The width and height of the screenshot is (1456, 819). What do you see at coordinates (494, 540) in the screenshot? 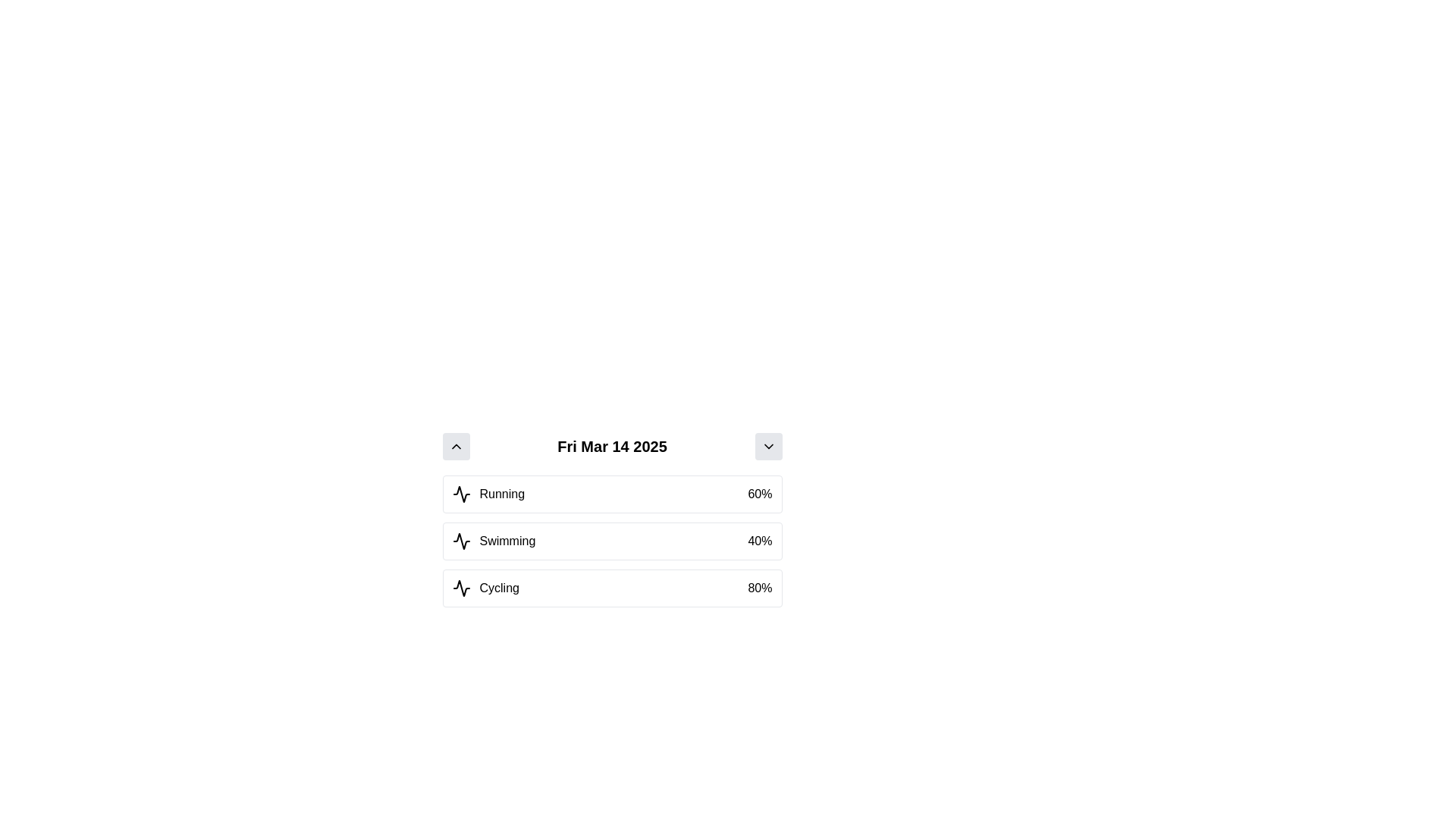
I see `the text label displaying 'Swimming' which is positioned next to a waveform icon and is the second item in a vertical list of activities` at bounding box center [494, 540].